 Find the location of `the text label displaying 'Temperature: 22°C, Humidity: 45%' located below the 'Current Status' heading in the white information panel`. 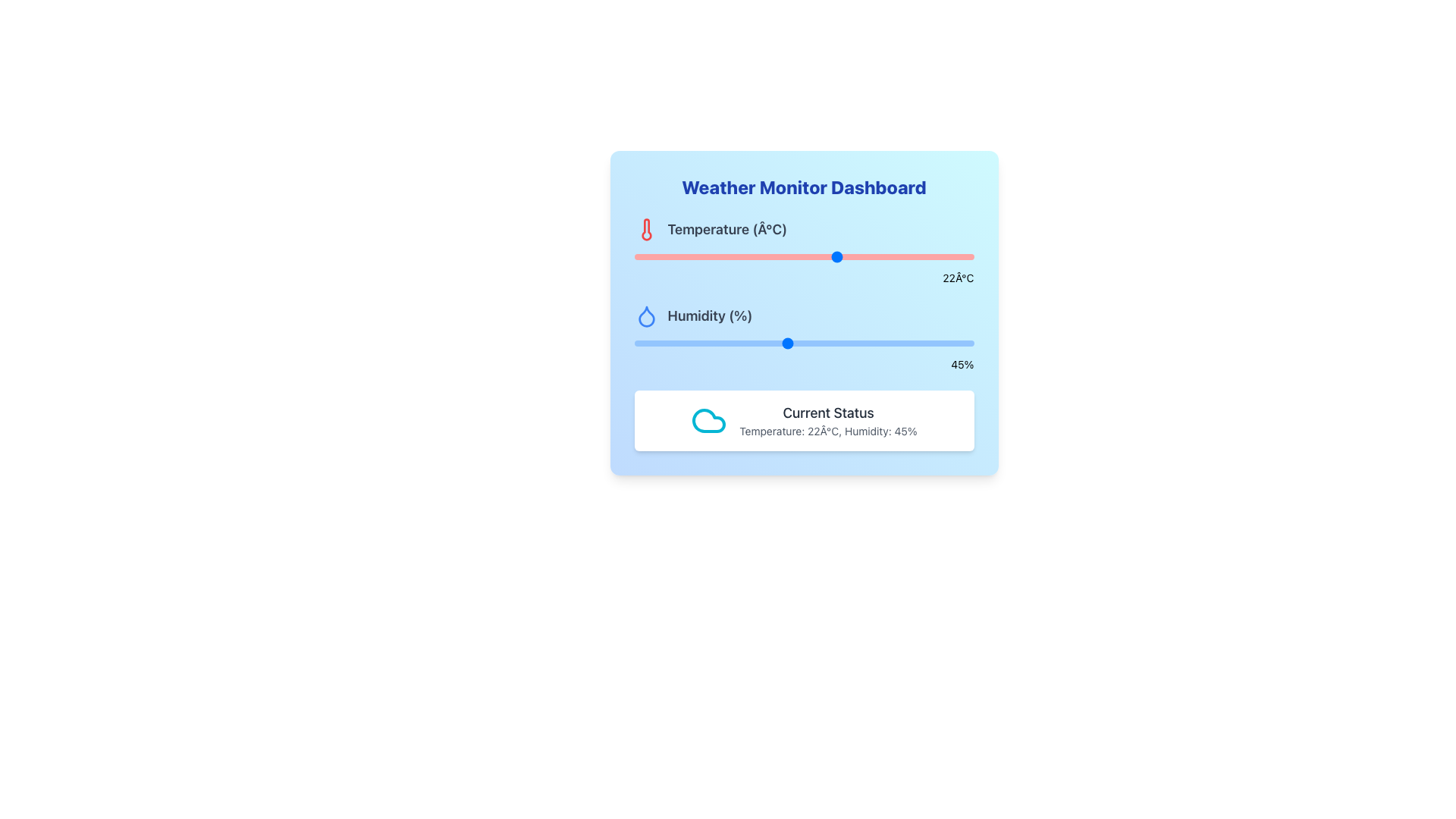

the text label displaying 'Temperature: 22°C, Humidity: 45%' located below the 'Current Status' heading in the white information panel is located at coordinates (827, 431).